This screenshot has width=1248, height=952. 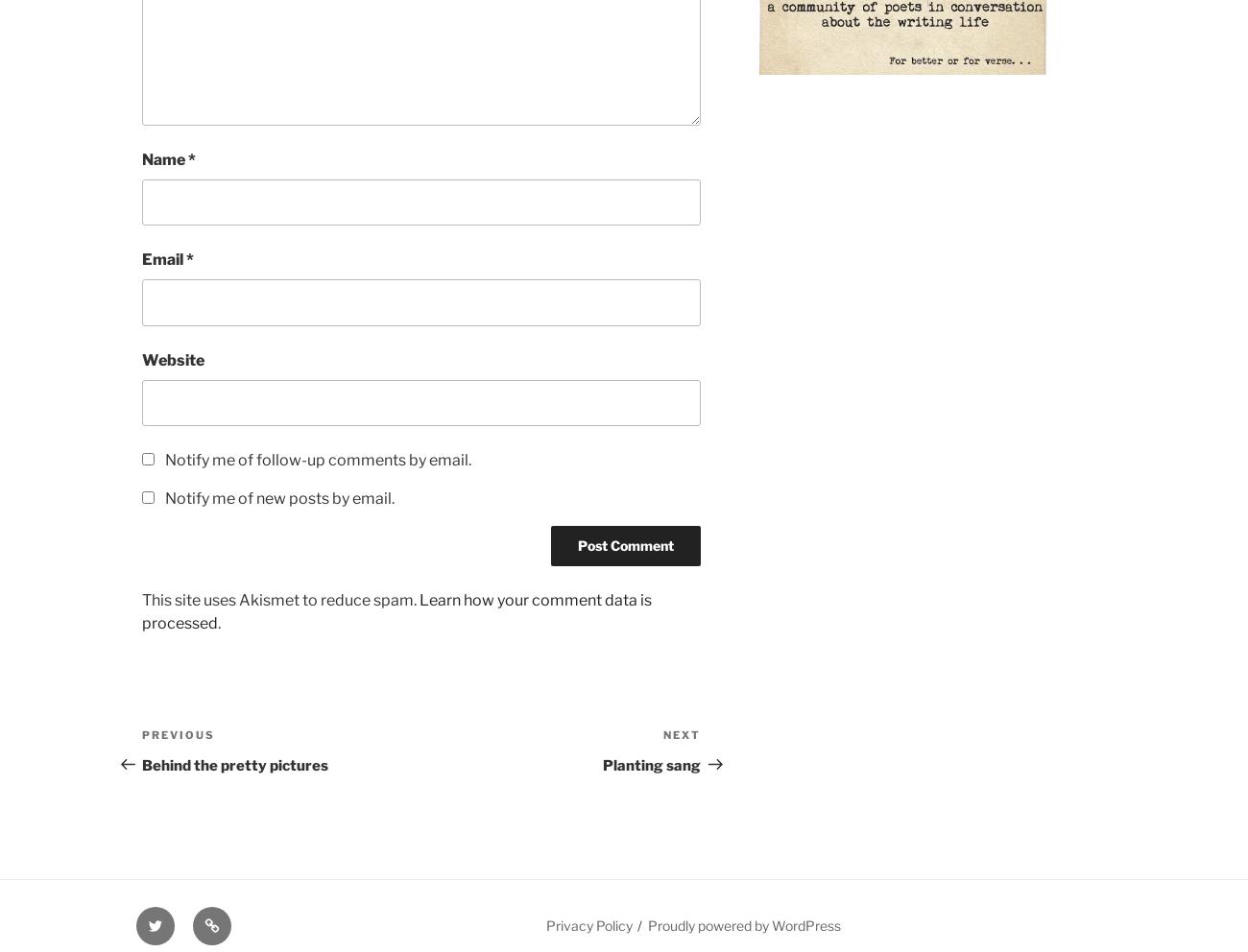 What do you see at coordinates (279, 497) in the screenshot?
I see `'Notify me of new posts by email.'` at bounding box center [279, 497].